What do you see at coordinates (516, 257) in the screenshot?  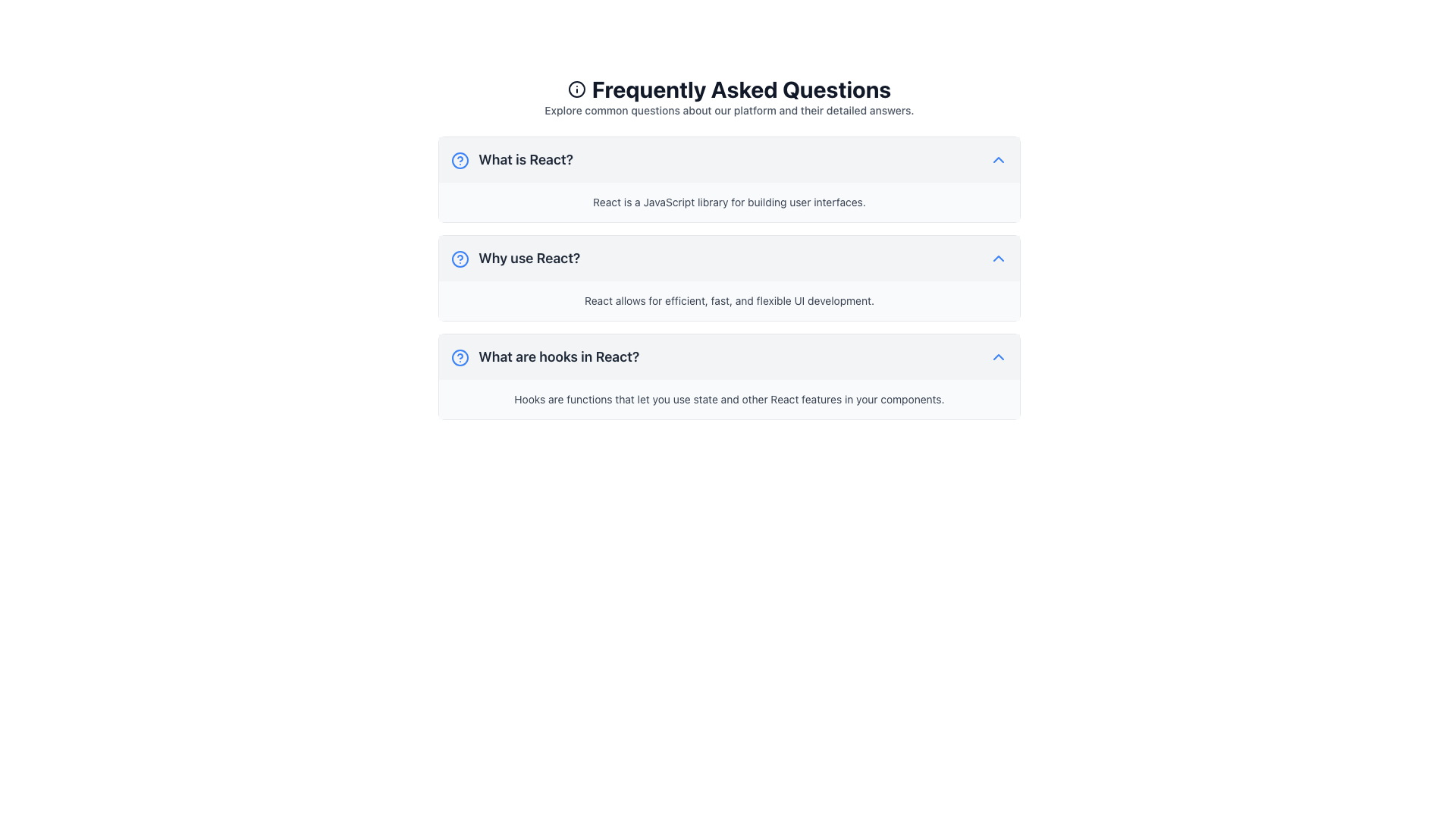 I see `the text label 'Why use React?'` at bounding box center [516, 257].